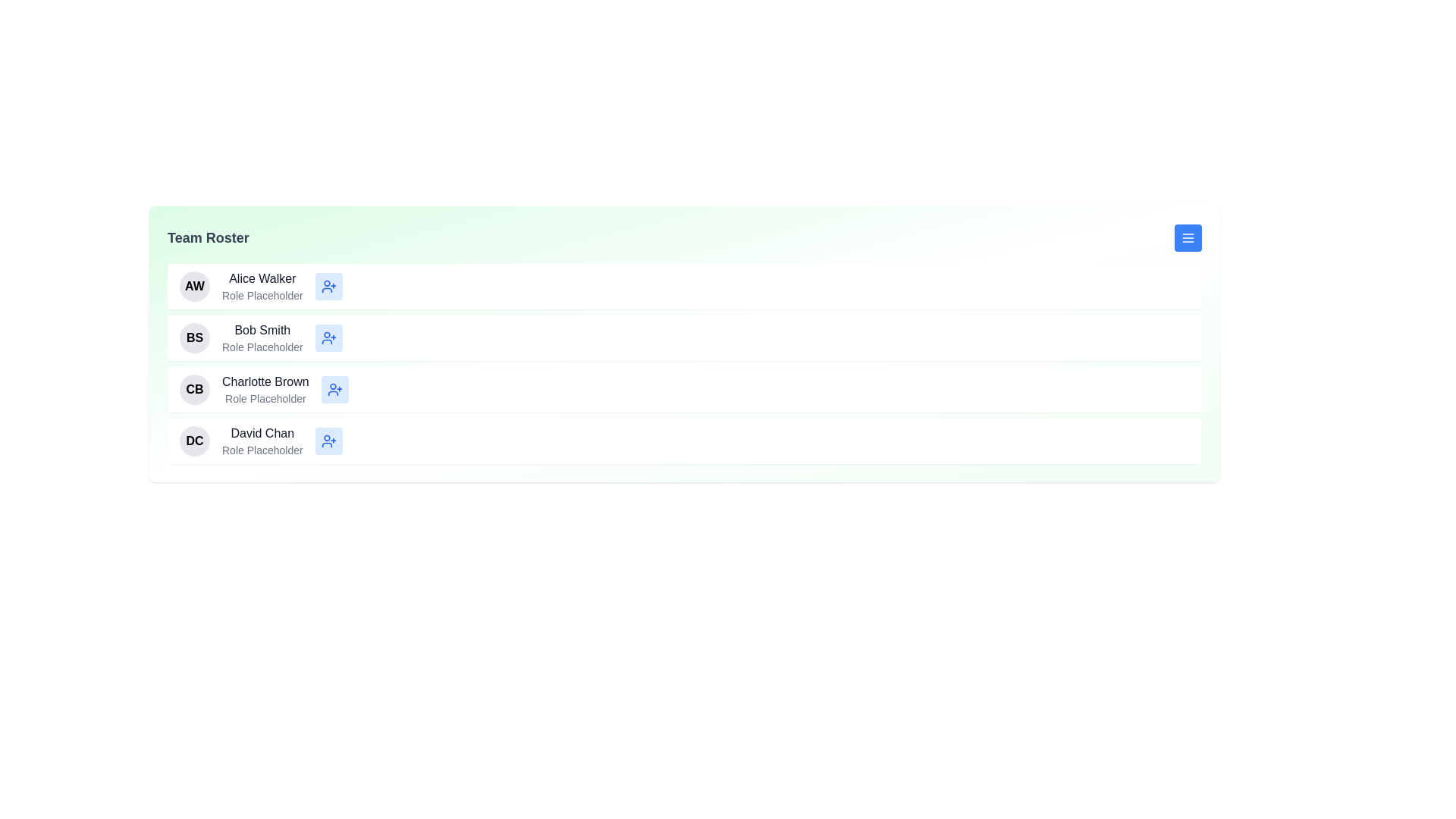 The width and height of the screenshot is (1456, 819). I want to click on the icon button representing a user with a plus symbol, located to the right of 'Alice Walker' in the first row, so click(328, 287).